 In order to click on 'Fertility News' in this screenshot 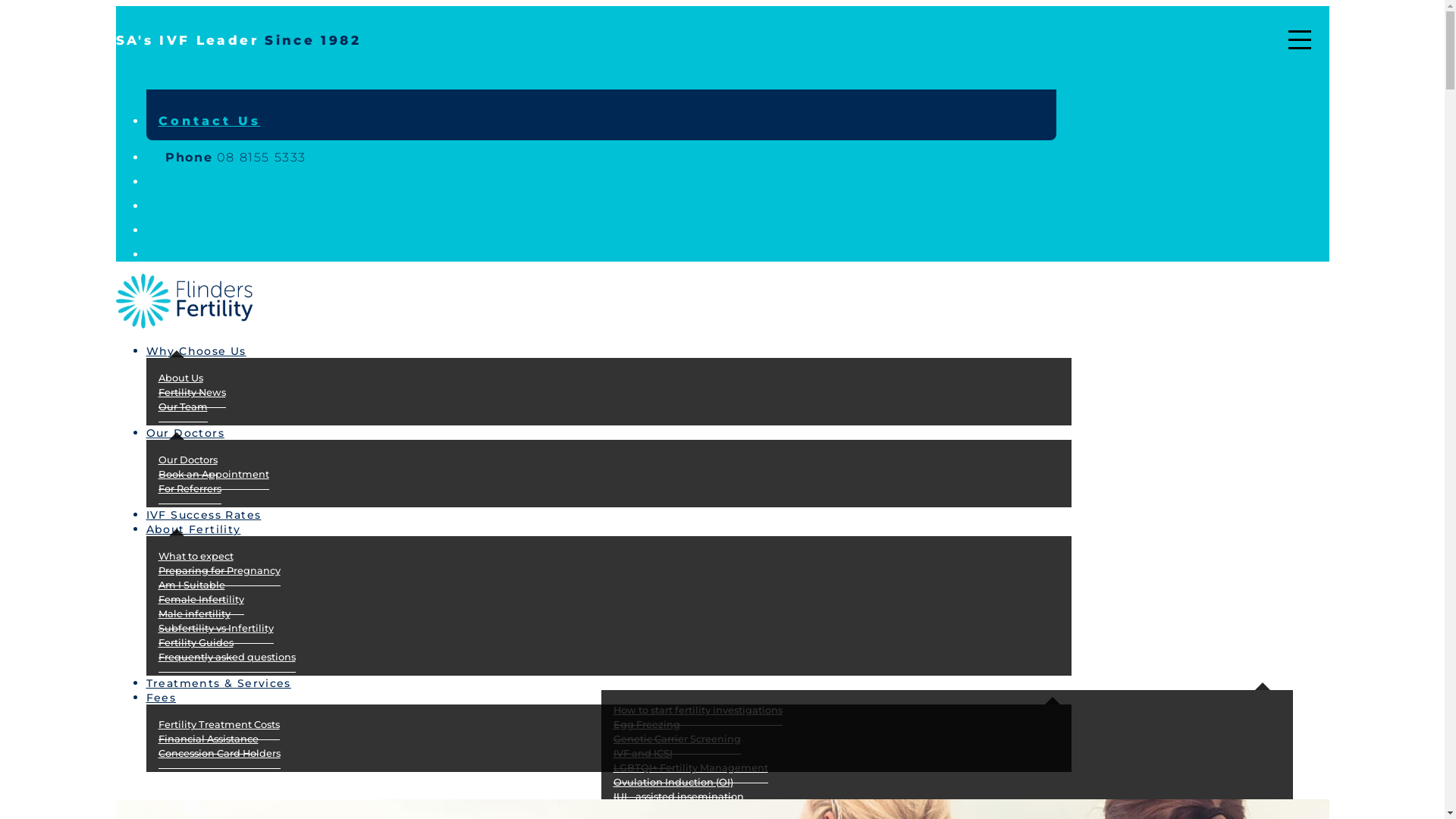, I will do `click(190, 391)`.